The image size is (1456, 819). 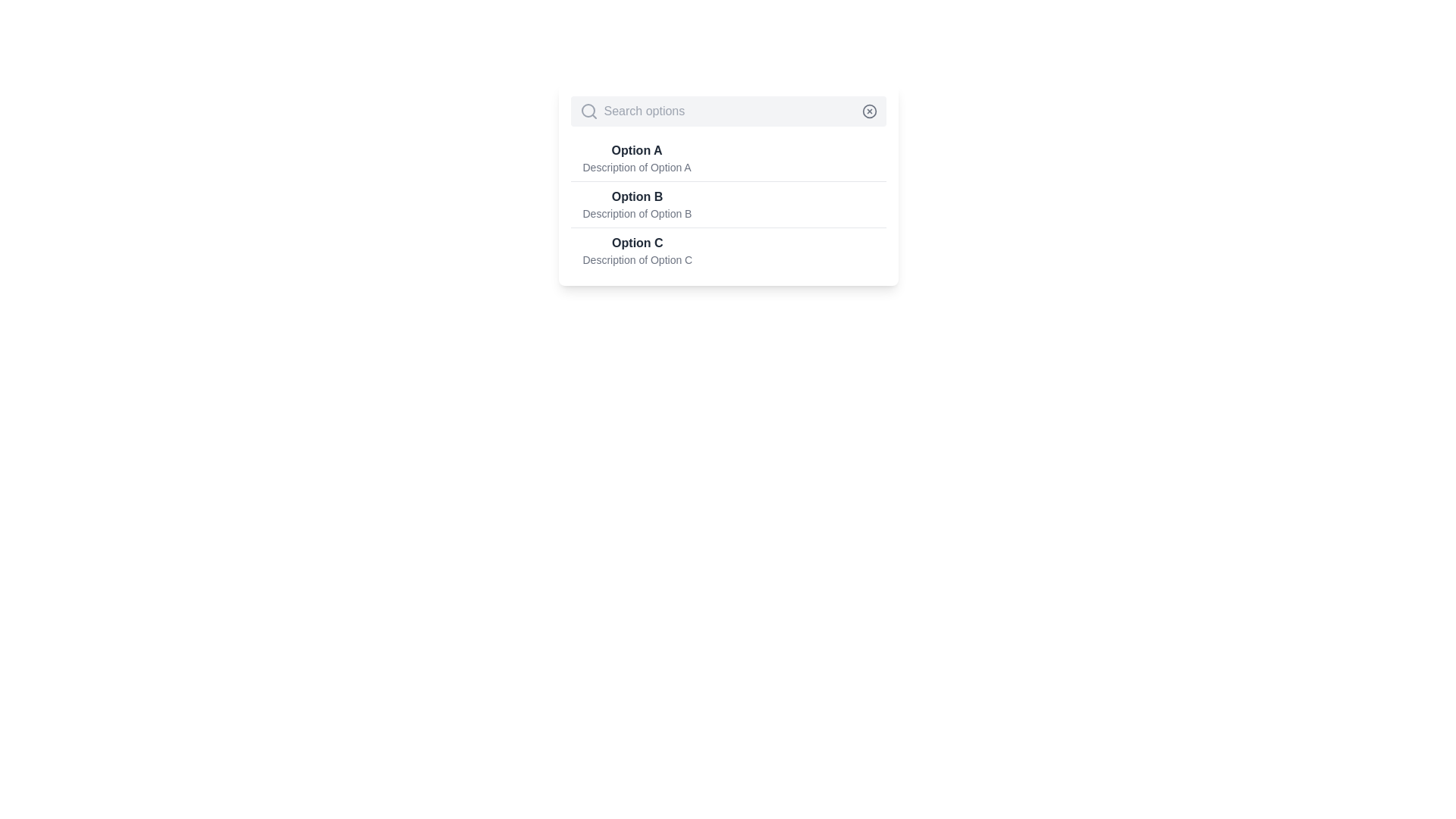 What do you see at coordinates (637, 167) in the screenshot?
I see `the text label providing supplementary details for 'Option A', which is located directly below the 'Option A' element in a vertical list of options` at bounding box center [637, 167].